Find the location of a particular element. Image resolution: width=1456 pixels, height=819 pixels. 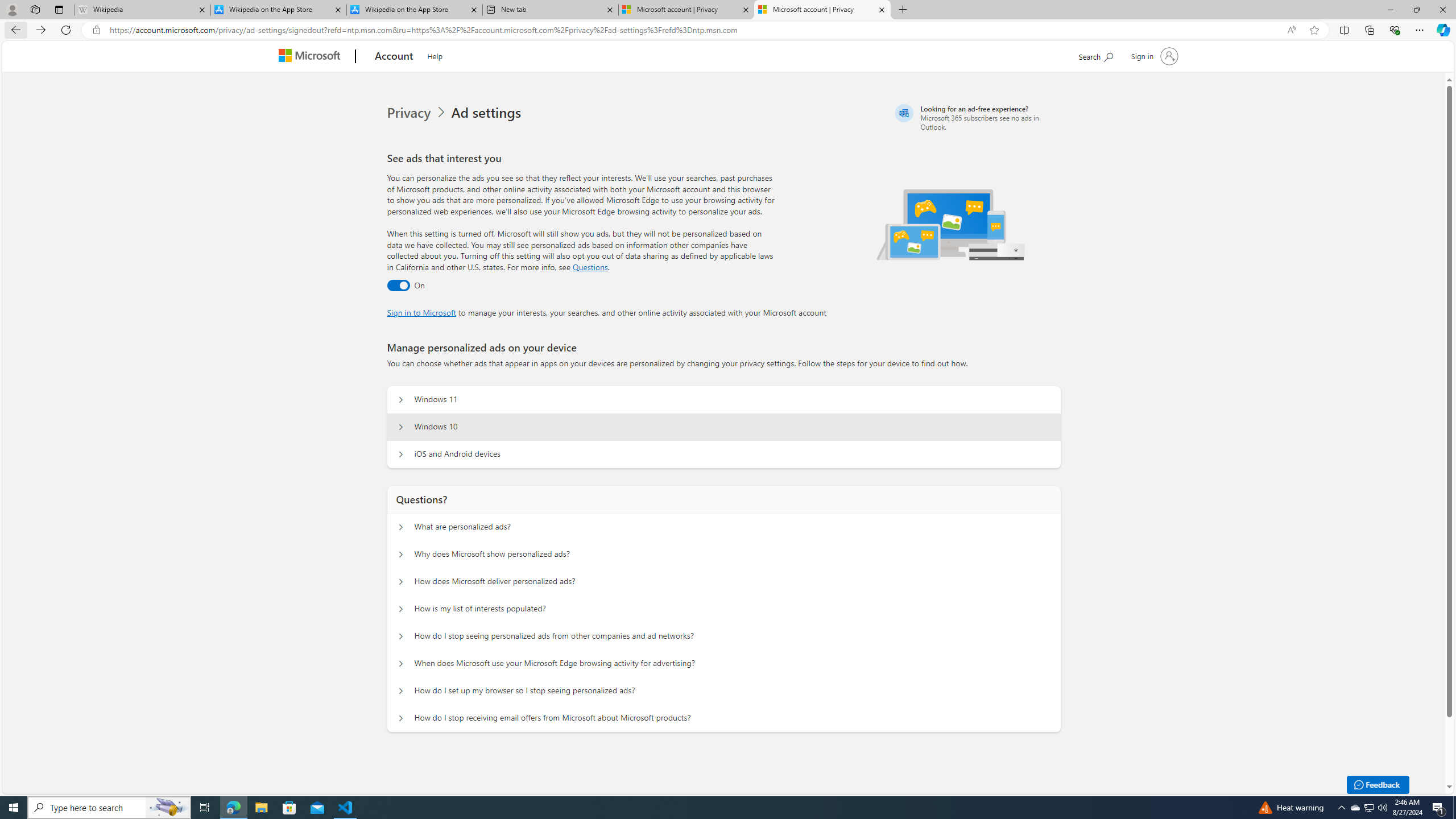

'Help' is located at coordinates (435, 55).